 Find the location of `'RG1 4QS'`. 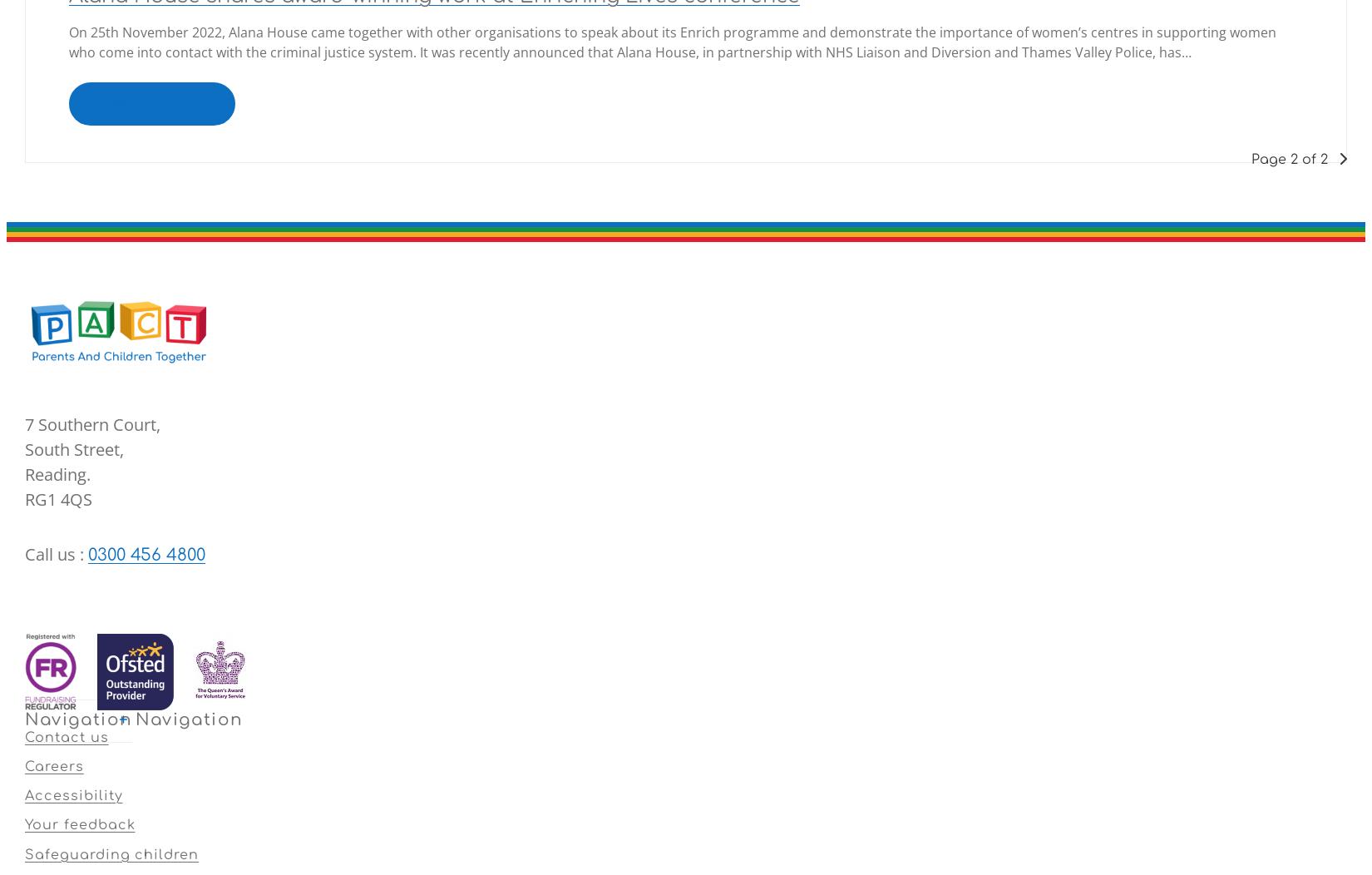

'RG1 4QS' is located at coordinates (58, 497).